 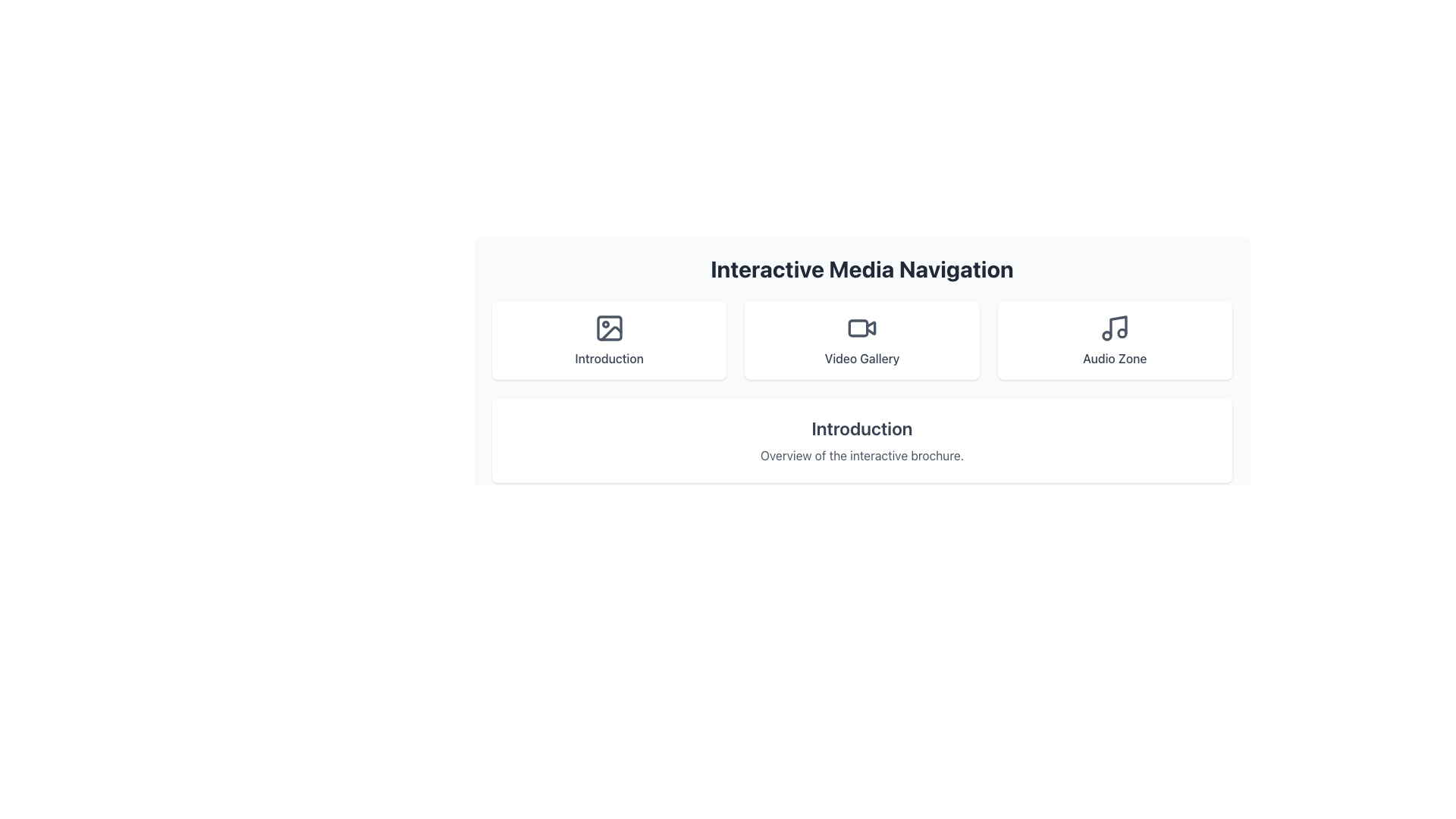 I want to click on the minimalistic gray icon with a circular design located above the 'Introduction' label in the top-left tile of the interface, so click(x=609, y=327).